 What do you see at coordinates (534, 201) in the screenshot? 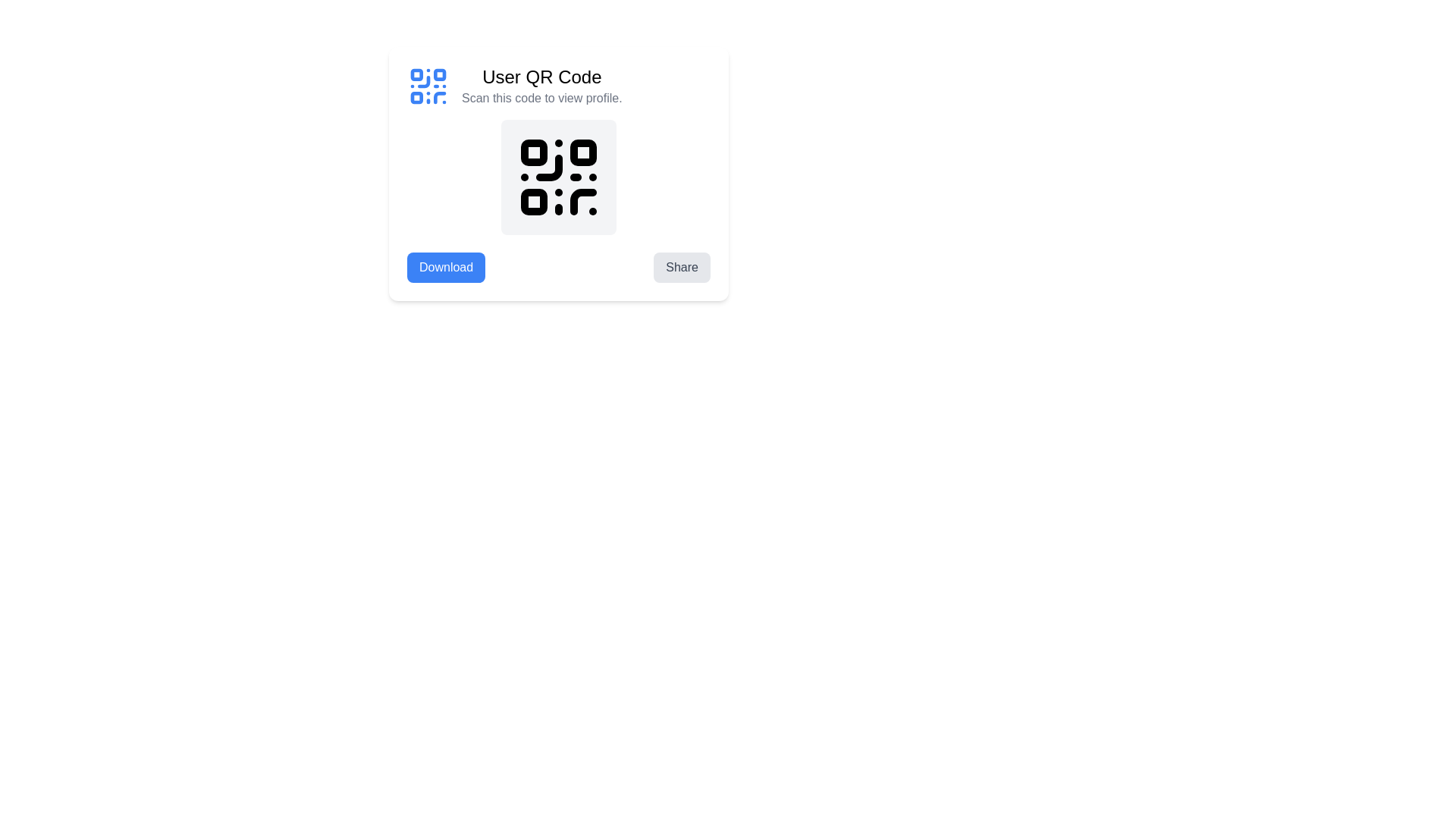
I see `the lower-left square component of the QR code, which is part of the visual design and encoding of the QR code` at bounding box center [534, 201].